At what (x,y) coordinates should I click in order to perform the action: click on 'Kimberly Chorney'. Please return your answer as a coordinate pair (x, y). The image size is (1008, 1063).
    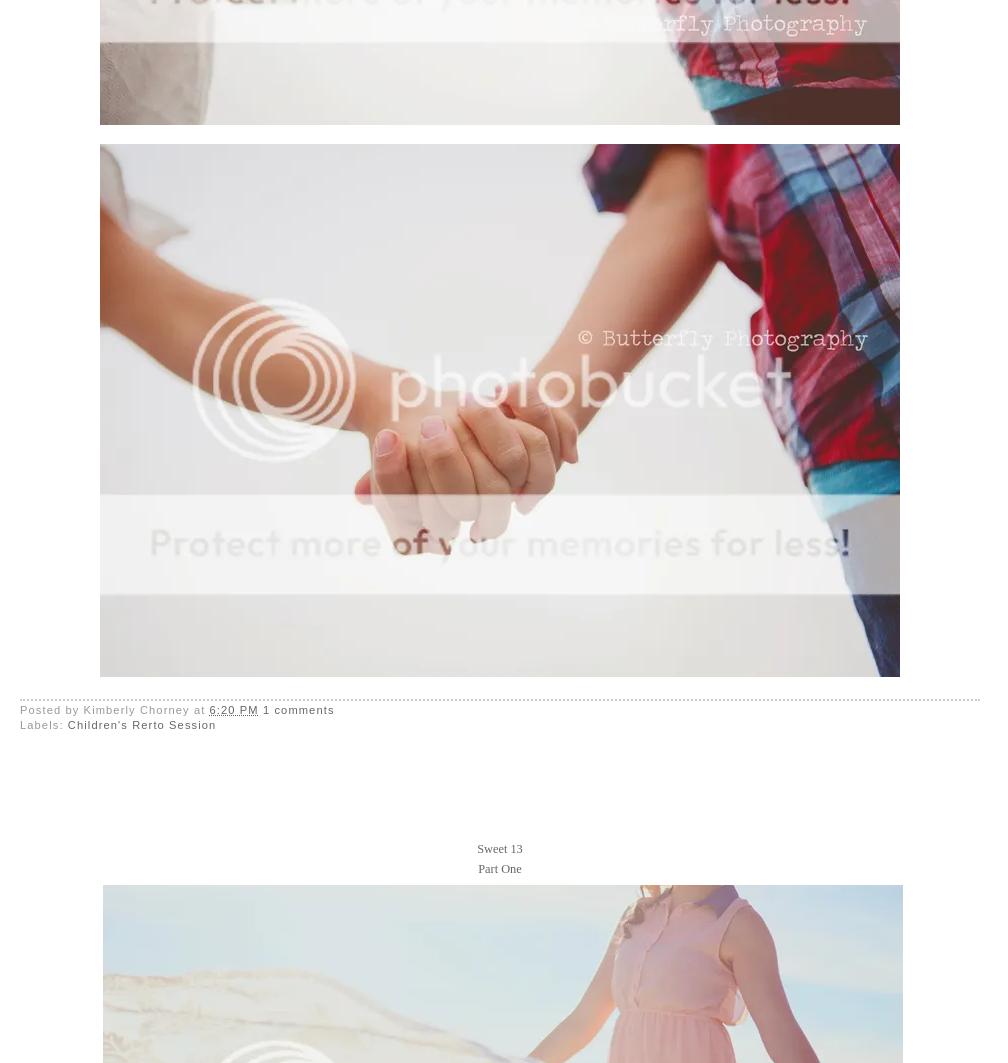
    Looking at the image, I should click on (135, 708).